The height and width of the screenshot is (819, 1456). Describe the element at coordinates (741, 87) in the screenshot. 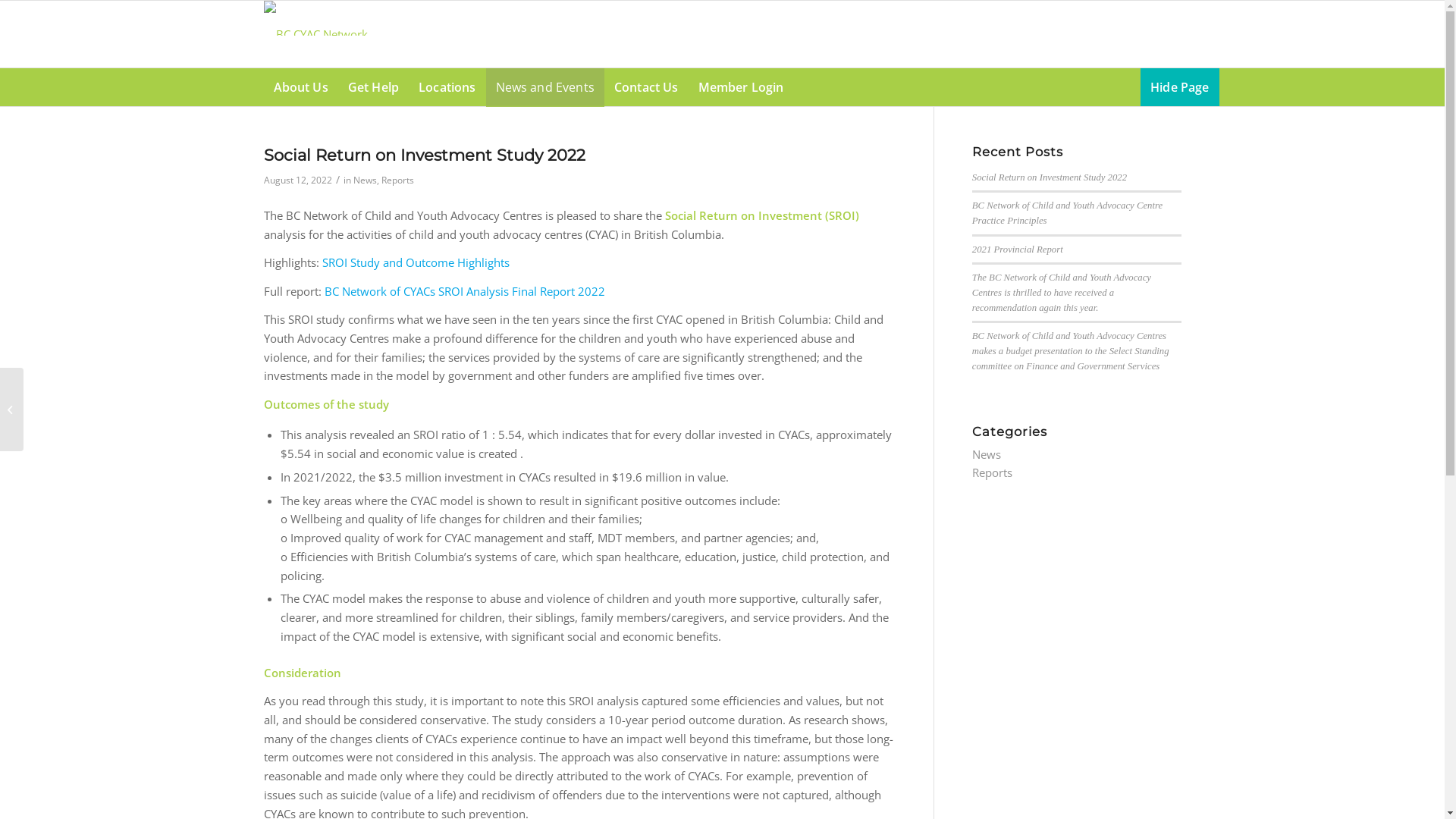

I see `'Member Login'` at that location.